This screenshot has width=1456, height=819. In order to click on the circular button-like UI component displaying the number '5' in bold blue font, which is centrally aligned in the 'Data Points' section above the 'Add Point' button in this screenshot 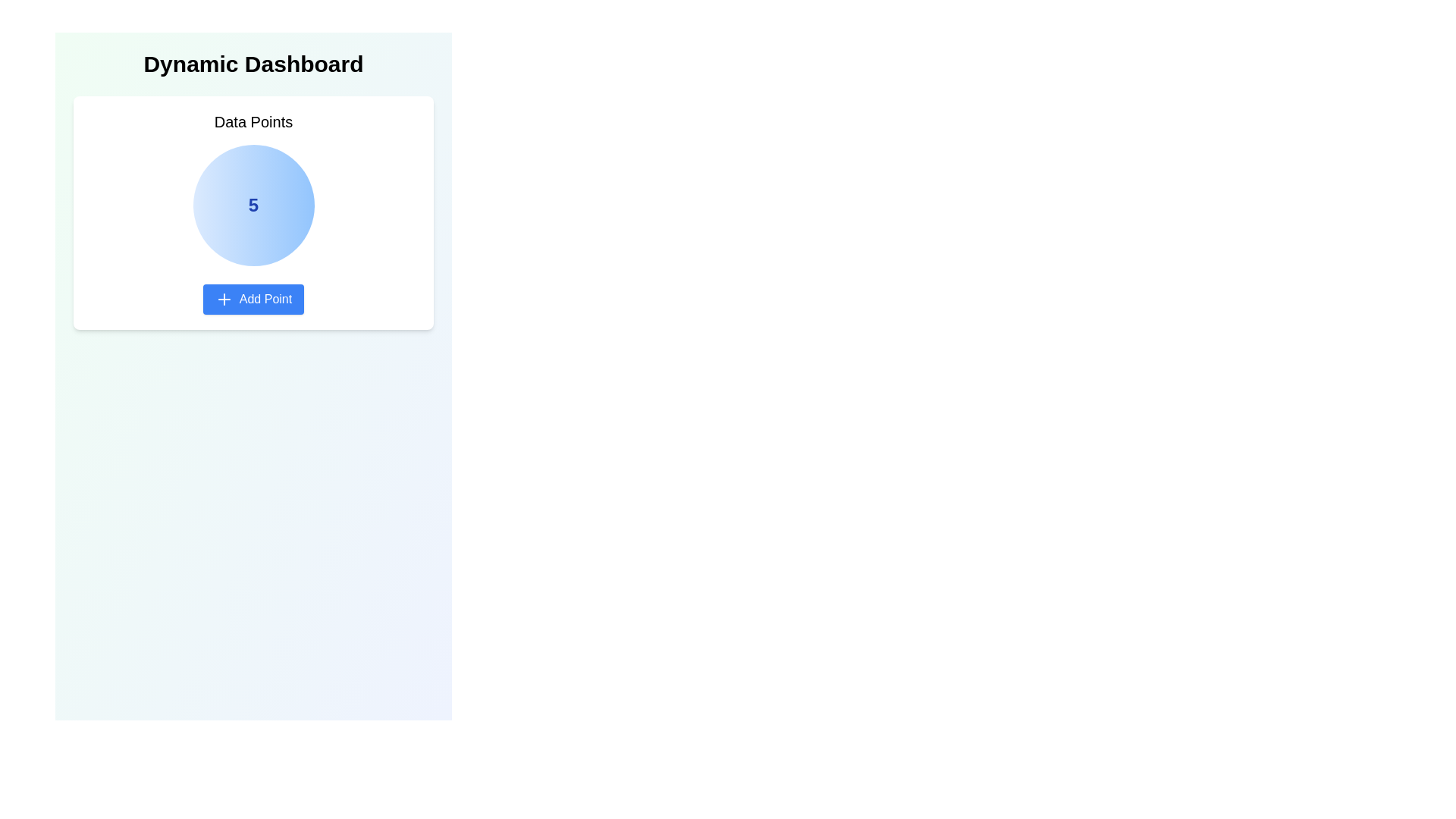, I will do `click(253, 205)`.